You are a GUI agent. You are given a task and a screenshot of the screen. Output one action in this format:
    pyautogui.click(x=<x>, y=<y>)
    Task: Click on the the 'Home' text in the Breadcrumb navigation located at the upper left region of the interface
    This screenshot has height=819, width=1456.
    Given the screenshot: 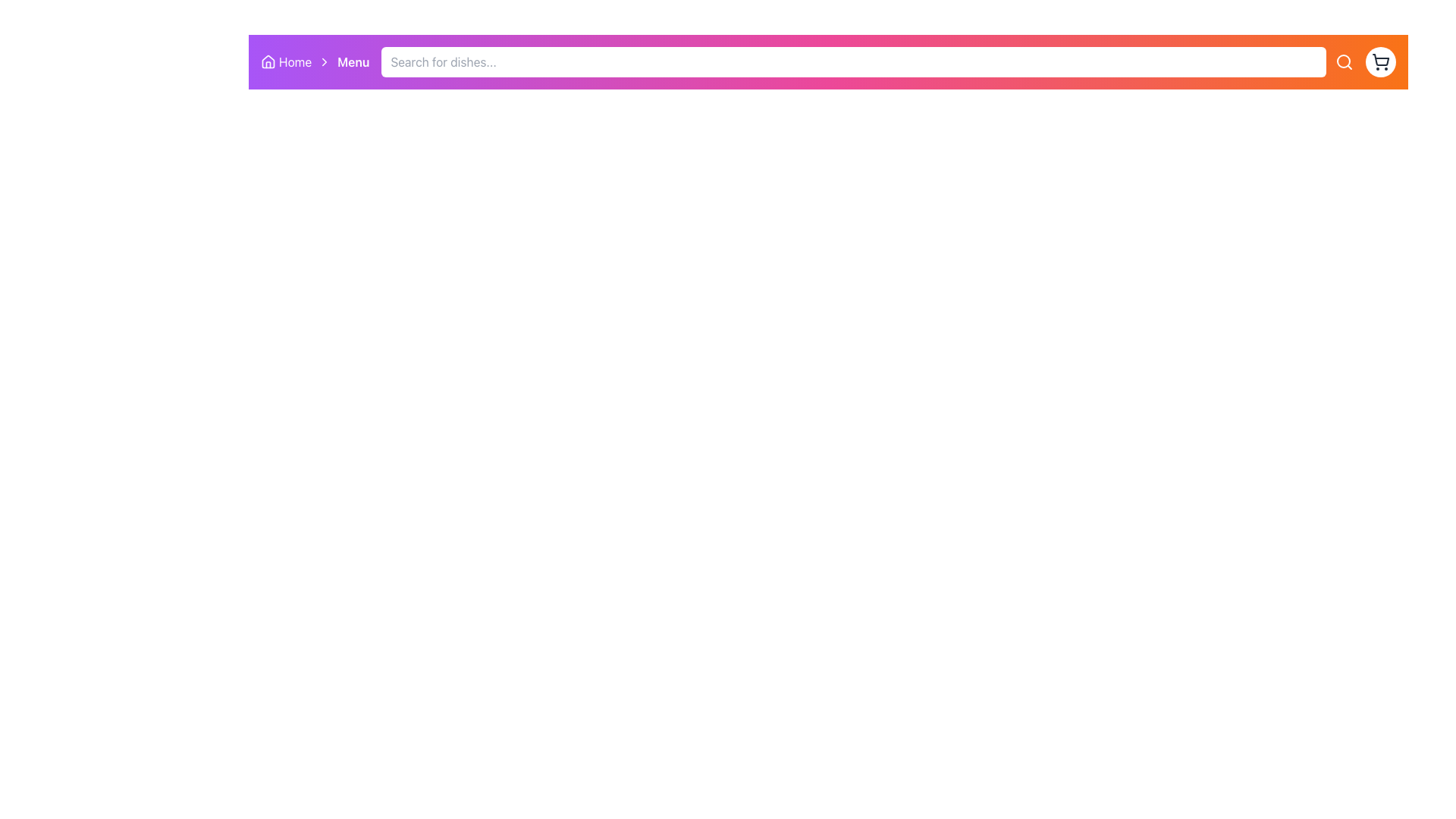 What is the action you would take?
    pyautogui.click(x=314, y=61)
    